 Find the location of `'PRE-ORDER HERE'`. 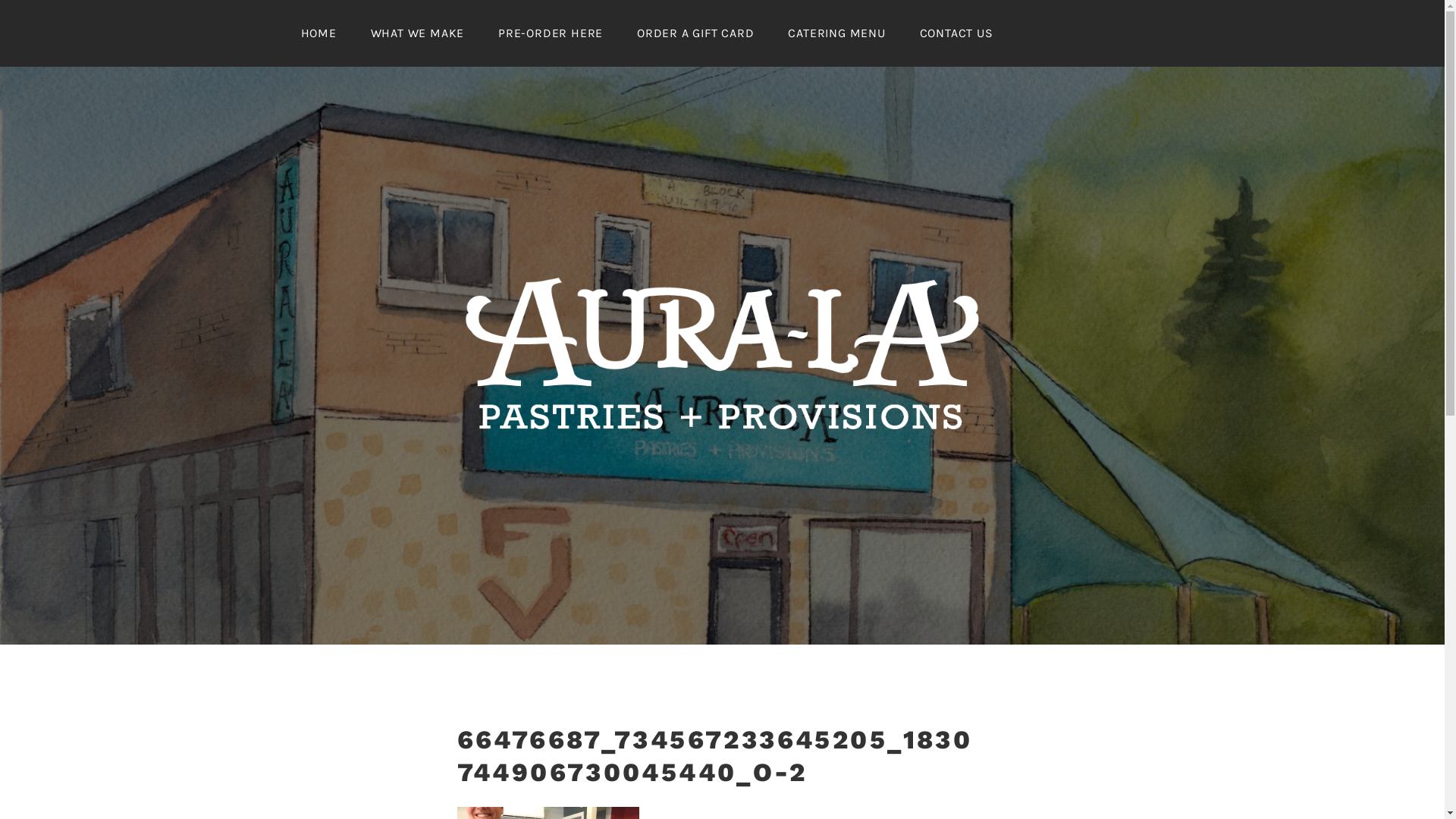

'PRE-ORDER HERE' is located at coordinates (549, 33).